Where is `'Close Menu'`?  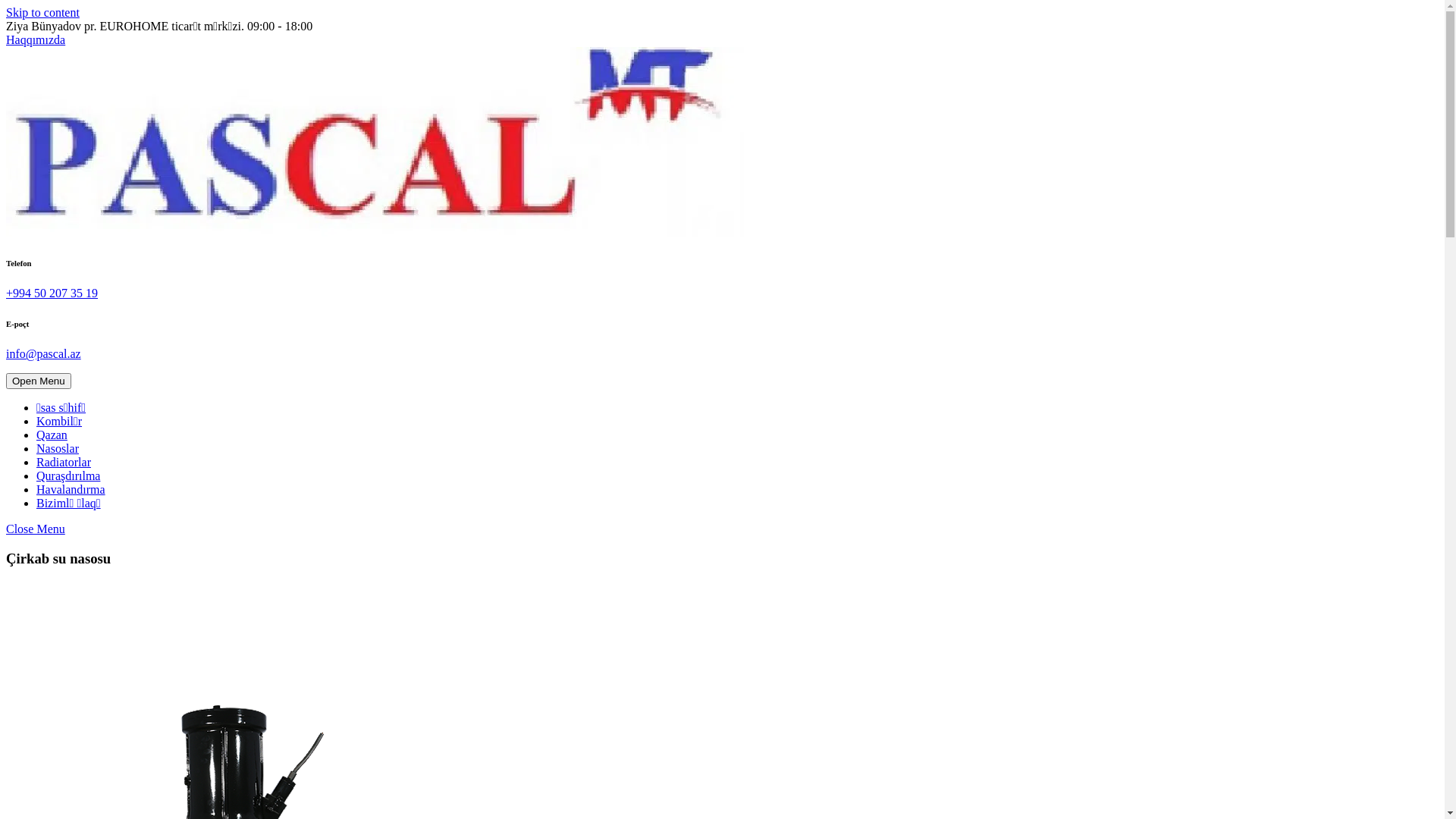
'Close Menu' is located at coordinates (6, 528).